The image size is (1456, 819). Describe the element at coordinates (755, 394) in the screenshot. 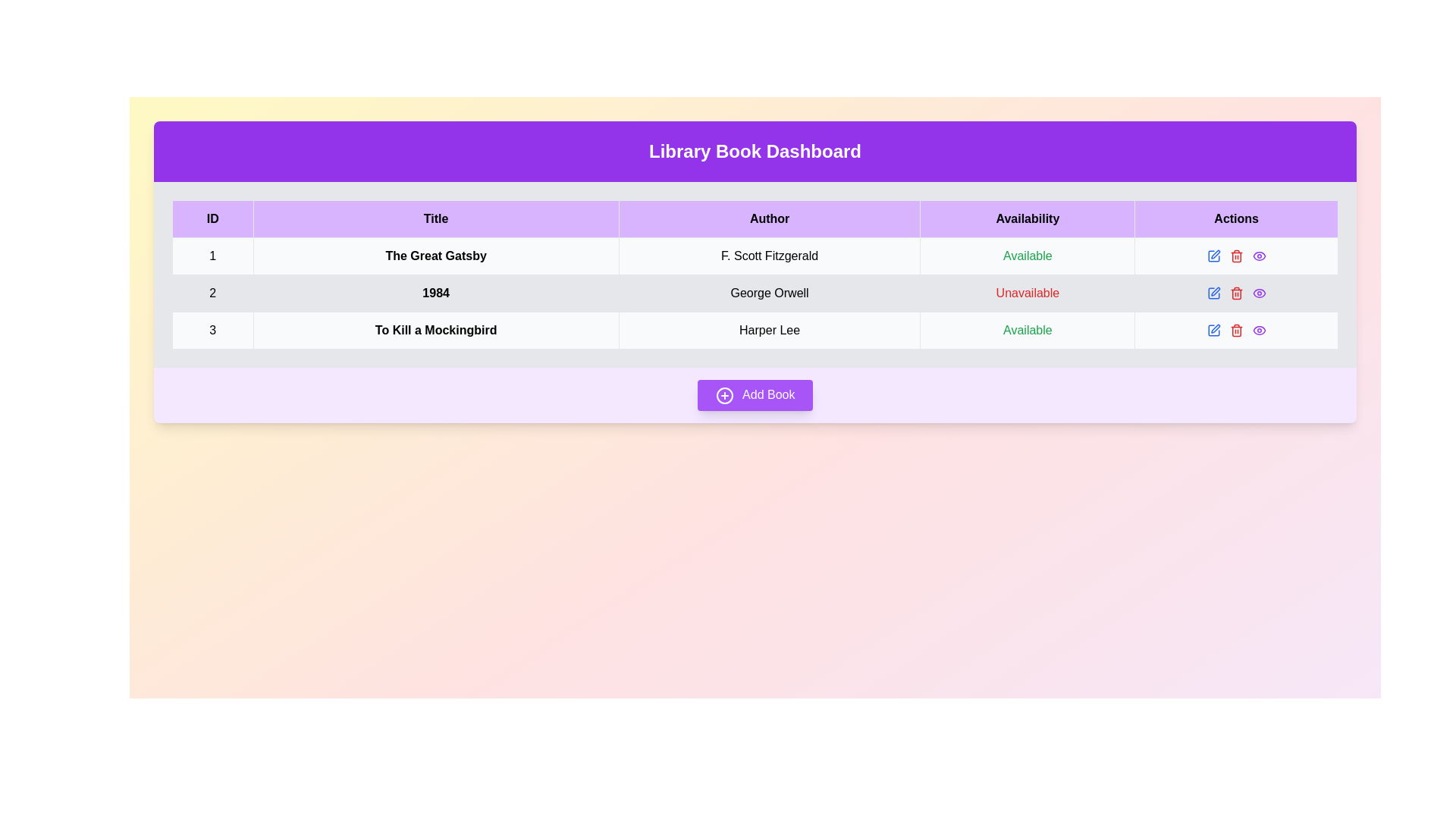

I see `the 'Add Book' button with a purple background and white text located at the bottom of the Library Book Dashboard` at that location.